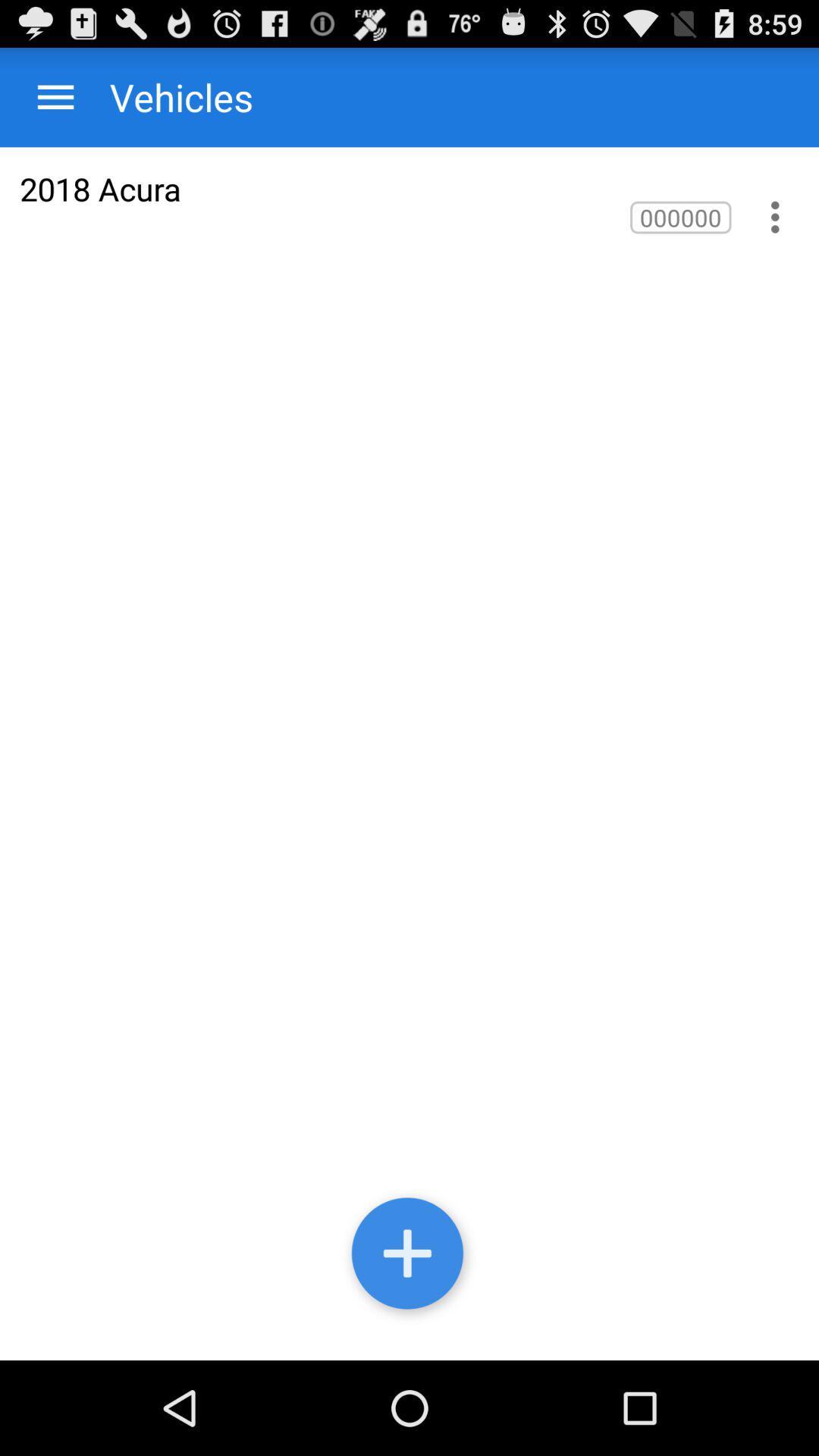 This screenshot has width=819, height=1456. What do you see at coordinates (55, 96) in the screenshot?
I see `open menu` at bounding box center [55, 96].